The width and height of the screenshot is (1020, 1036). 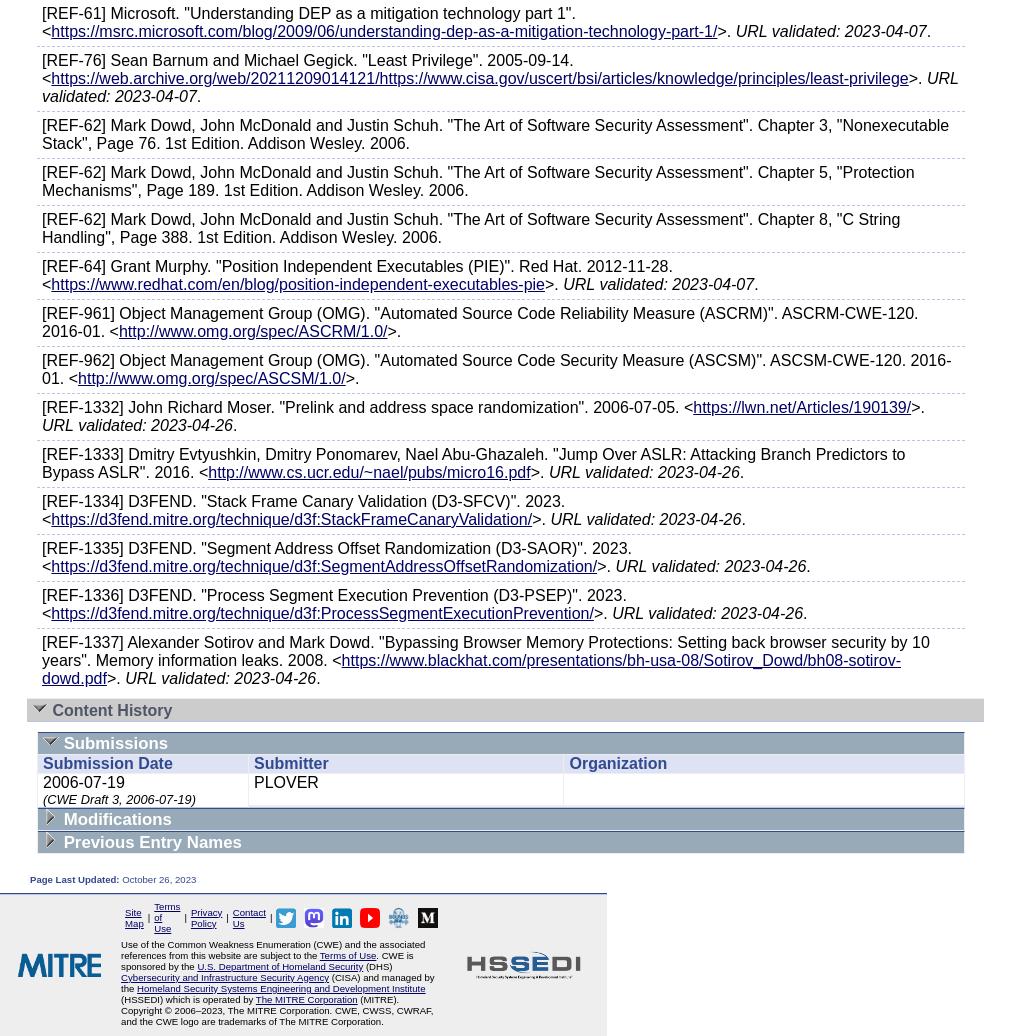 What do you see at coordinates (210, 378) in the screenshot?
I see `'http://www.omg.org/spec/ASCSM/1.0/'` at bounding box center [210, 378].